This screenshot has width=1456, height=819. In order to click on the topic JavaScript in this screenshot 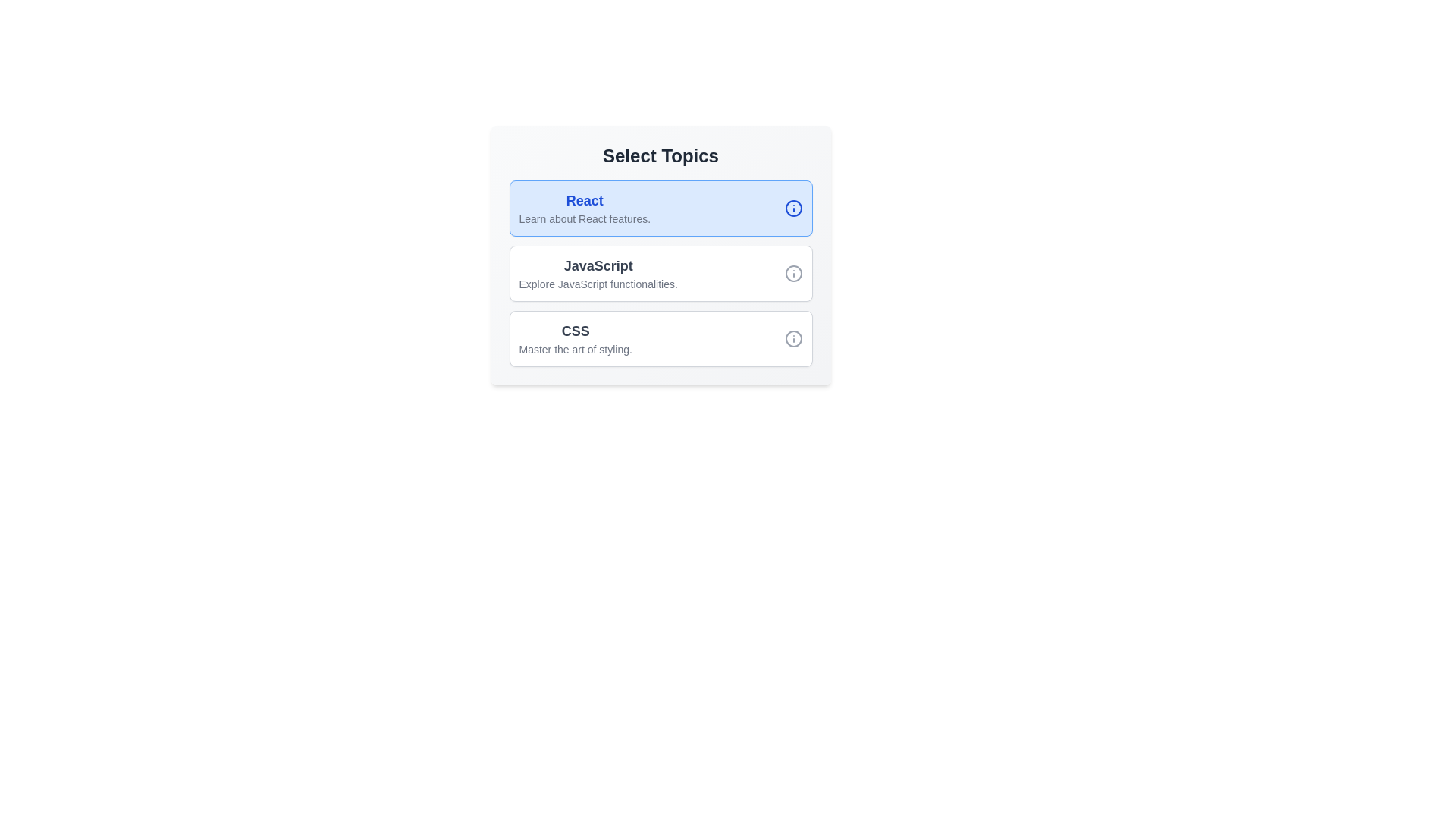, I will do `click(661, 274)`.